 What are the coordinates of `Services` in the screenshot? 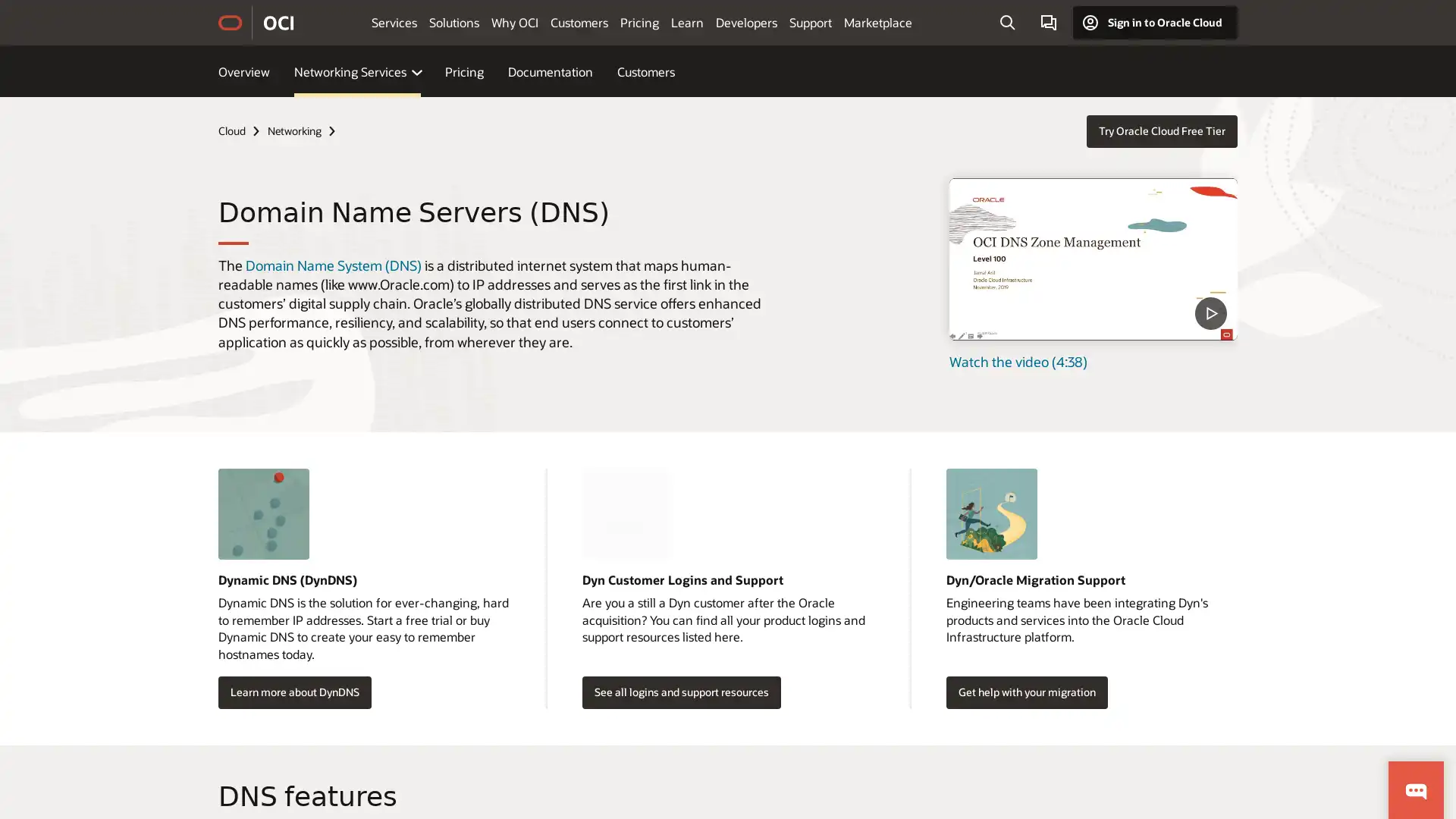 It's located at (394, 22).